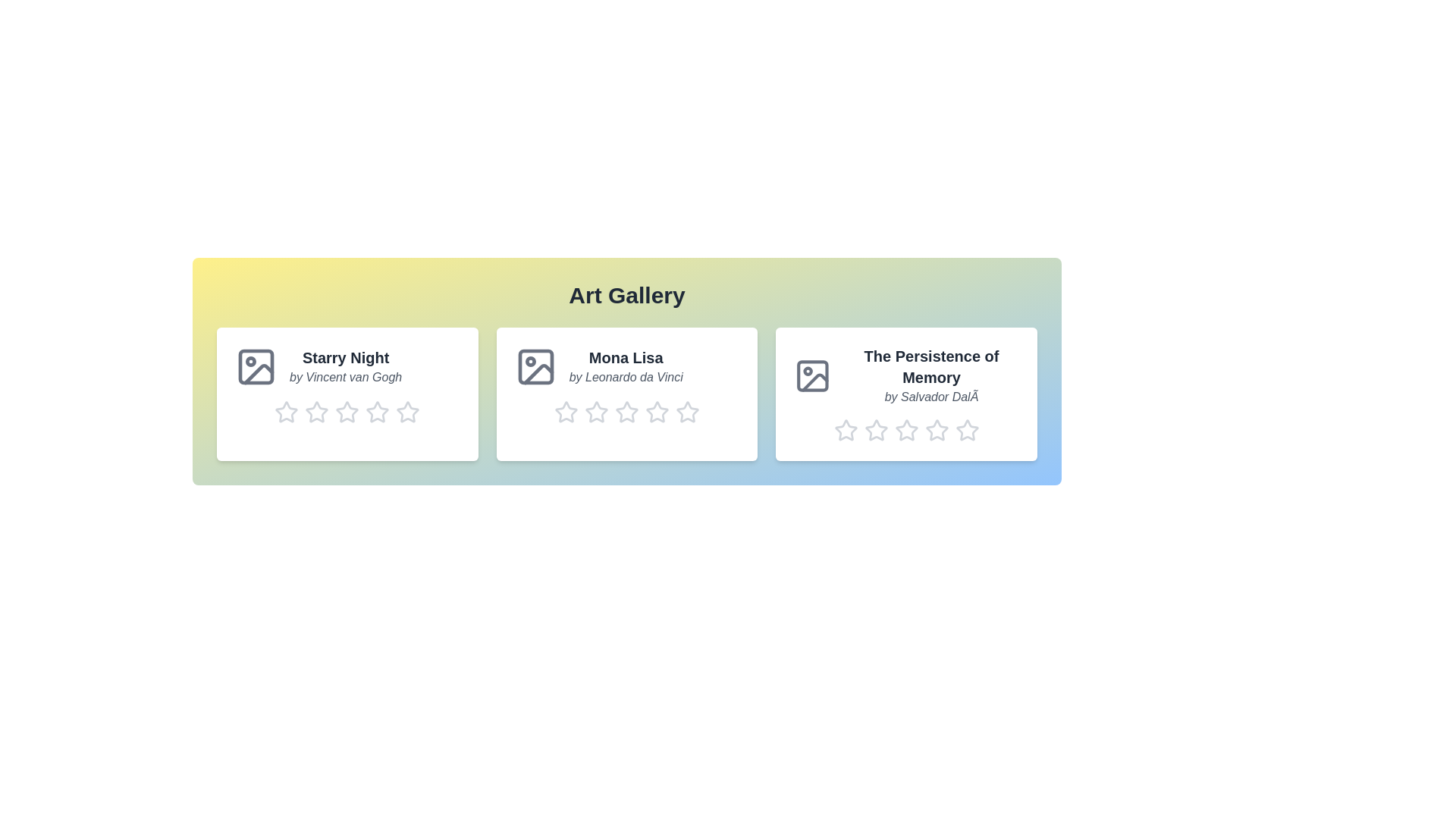 The width and height of the screenshot is (1456, 819). I want to click on the rating for the artwork 'The Persistence of Memory' to 1 stars, so click(844, 430).